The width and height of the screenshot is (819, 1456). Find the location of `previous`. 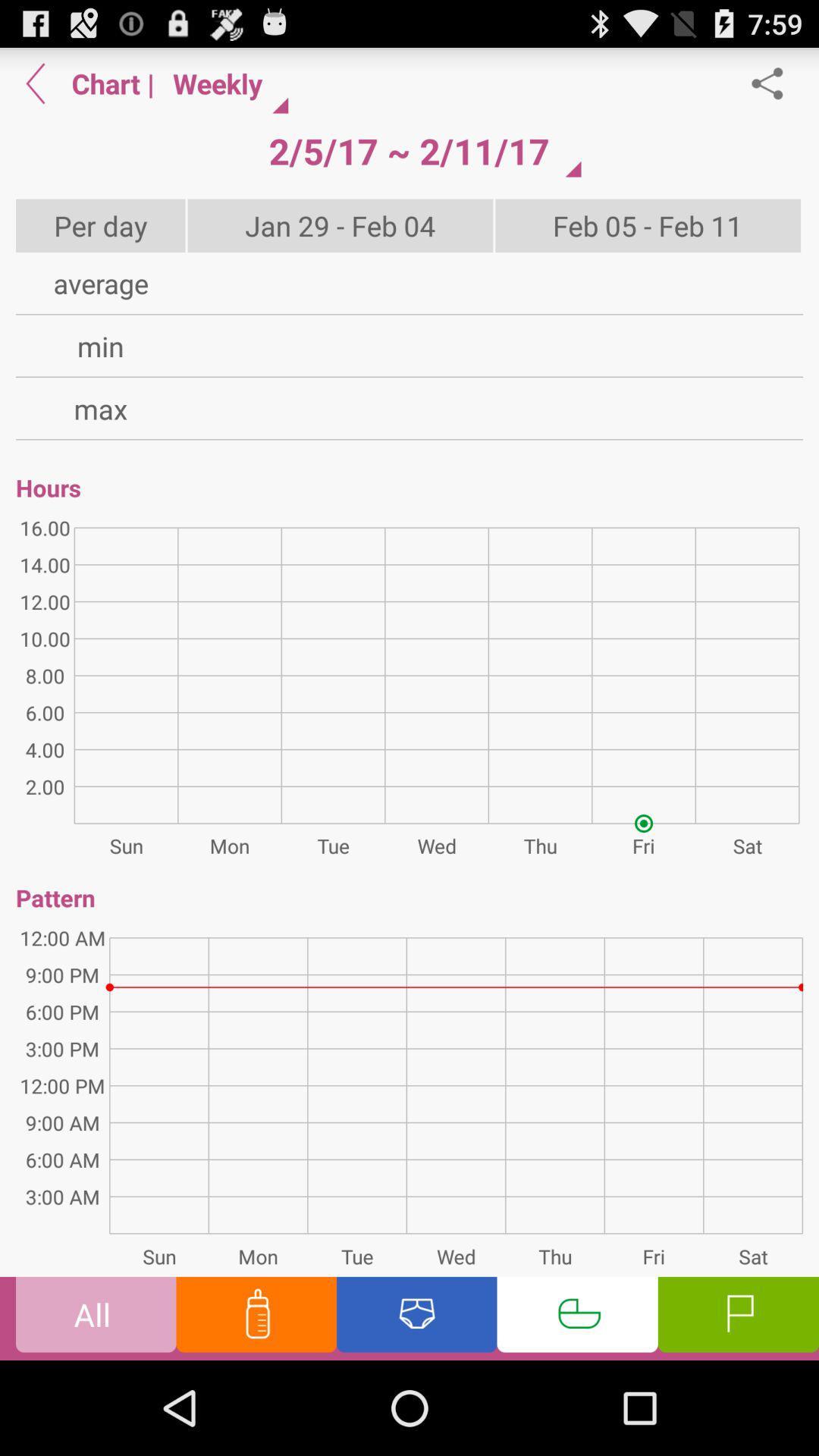

previous is located at coordinates (35, 83).